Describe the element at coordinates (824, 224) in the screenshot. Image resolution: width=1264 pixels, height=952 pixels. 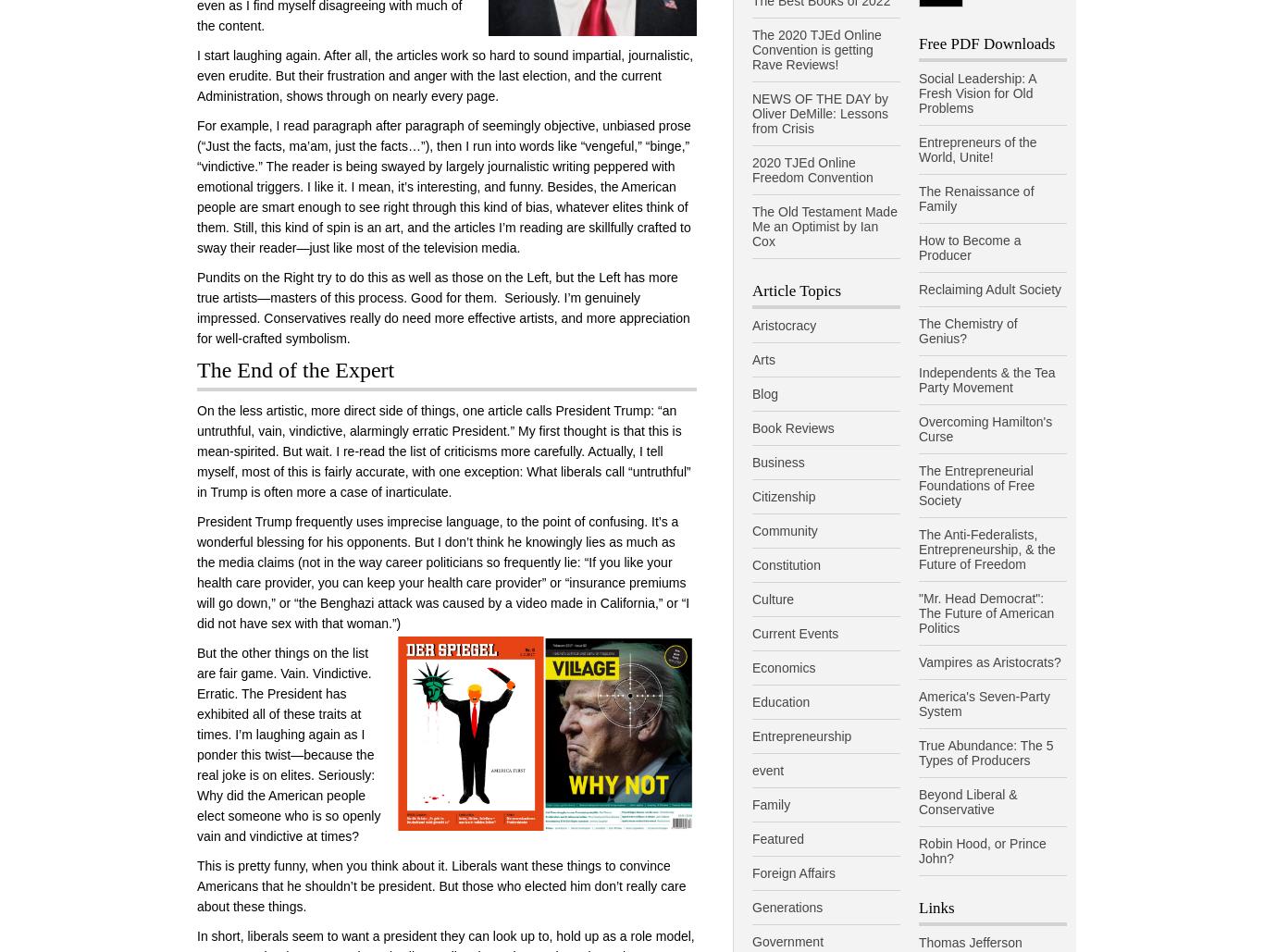
I see `'The Old Testament Made Me an Optimist by Ian Cox'` at that location.